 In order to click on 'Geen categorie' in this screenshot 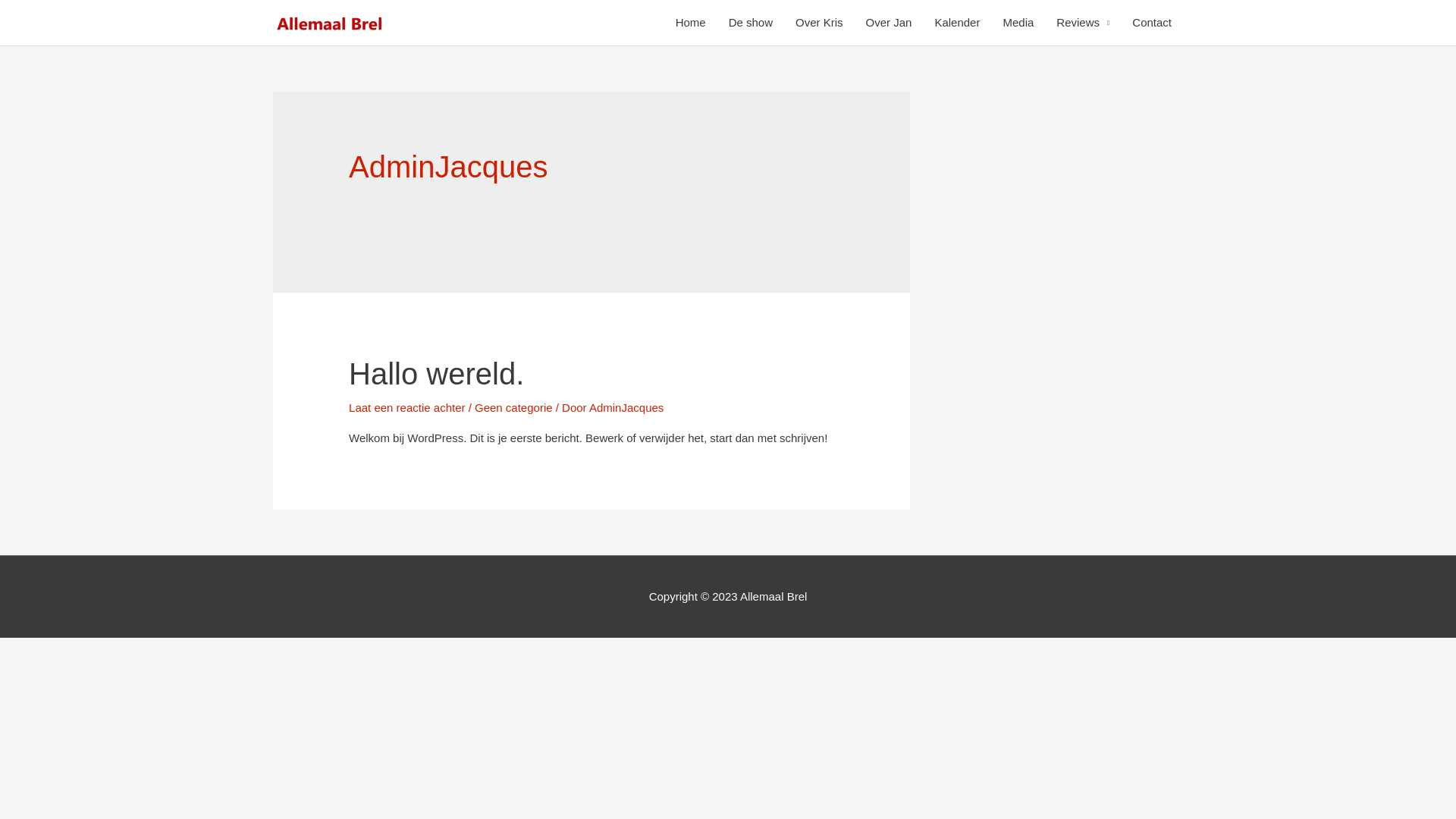, I will do `click(513, 406)`.